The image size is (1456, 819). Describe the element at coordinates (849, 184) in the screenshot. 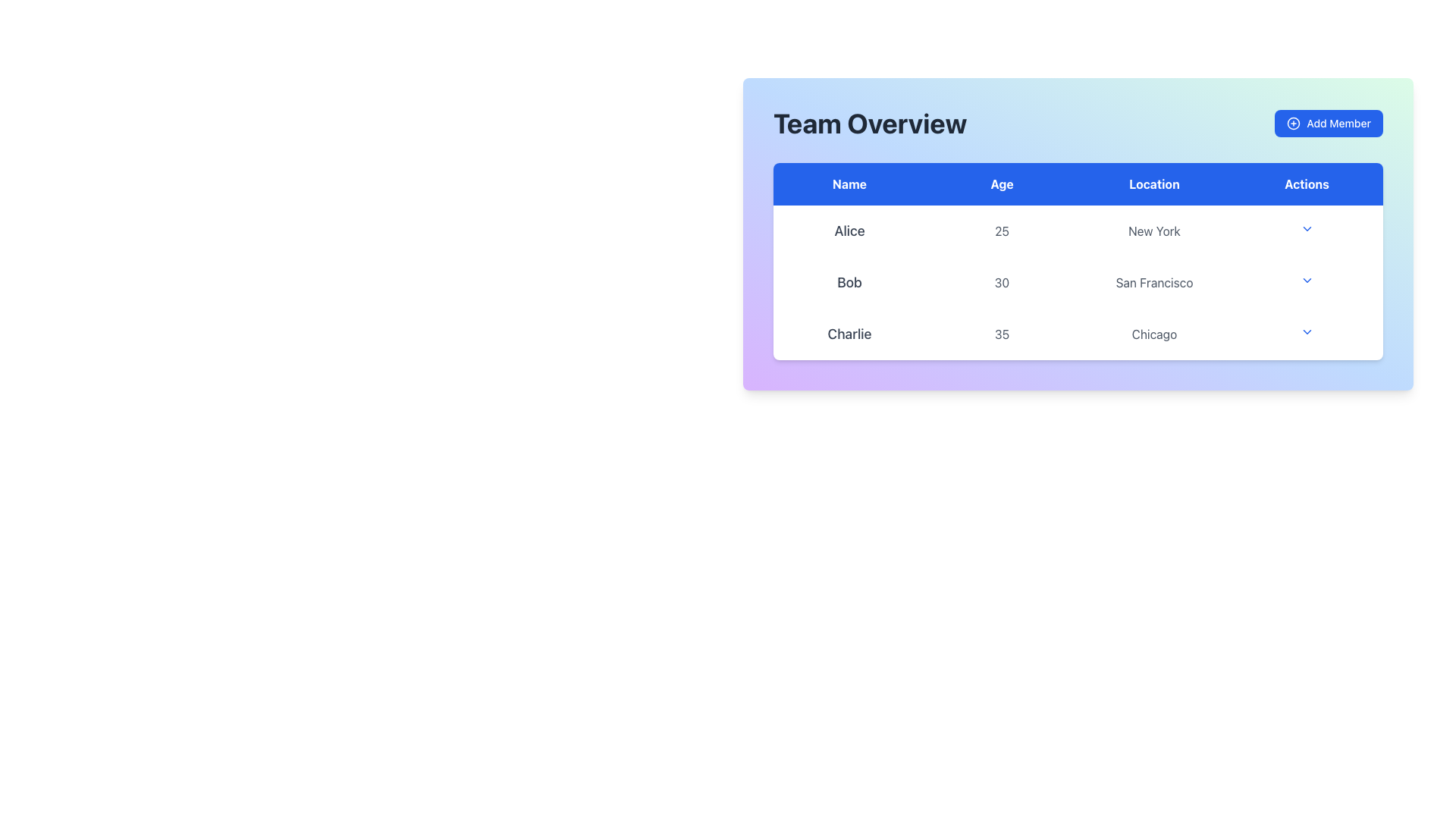

I see `the 'Name' header text label` at that location.